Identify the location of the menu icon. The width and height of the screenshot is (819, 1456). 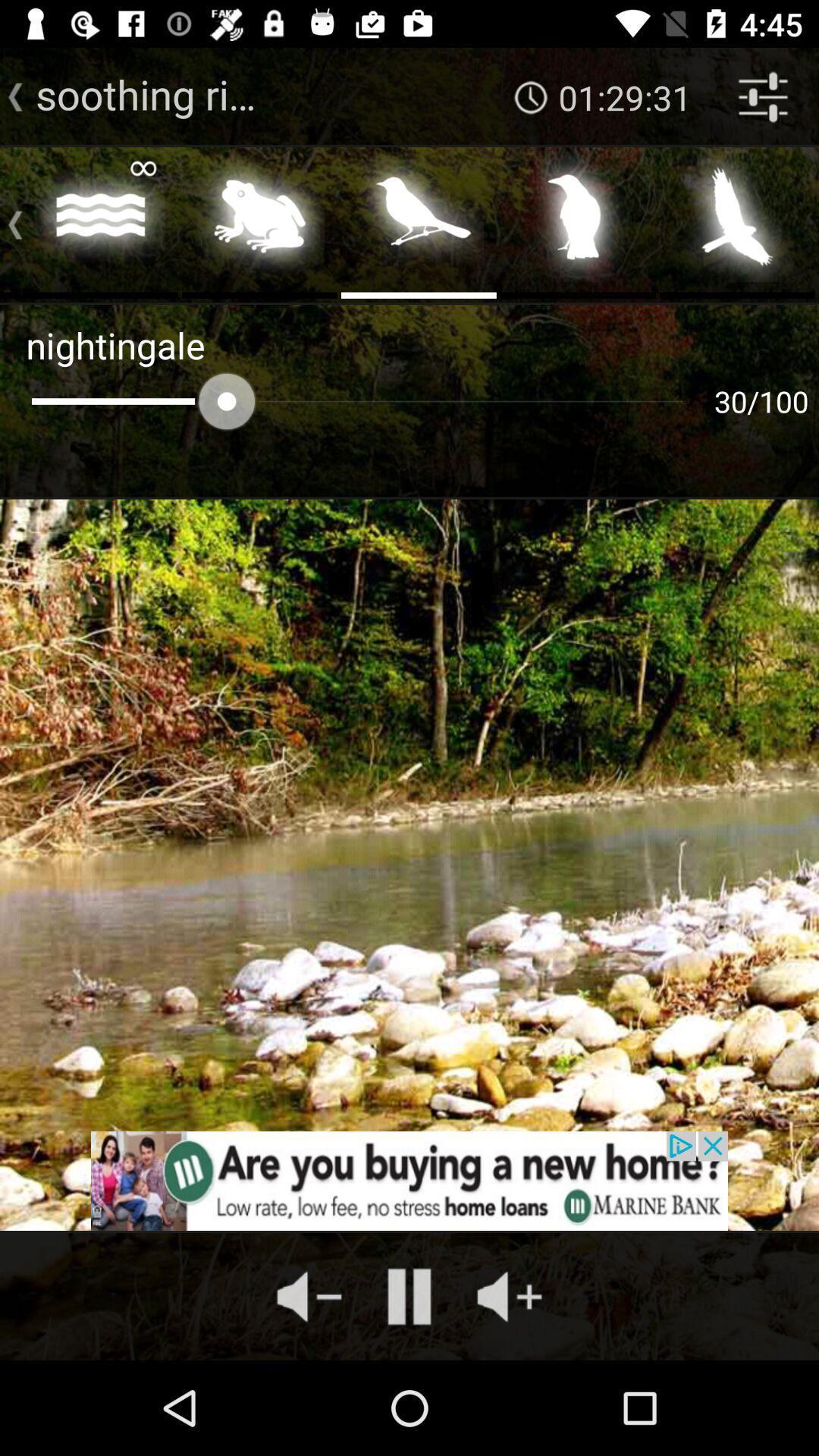
(9, 221).